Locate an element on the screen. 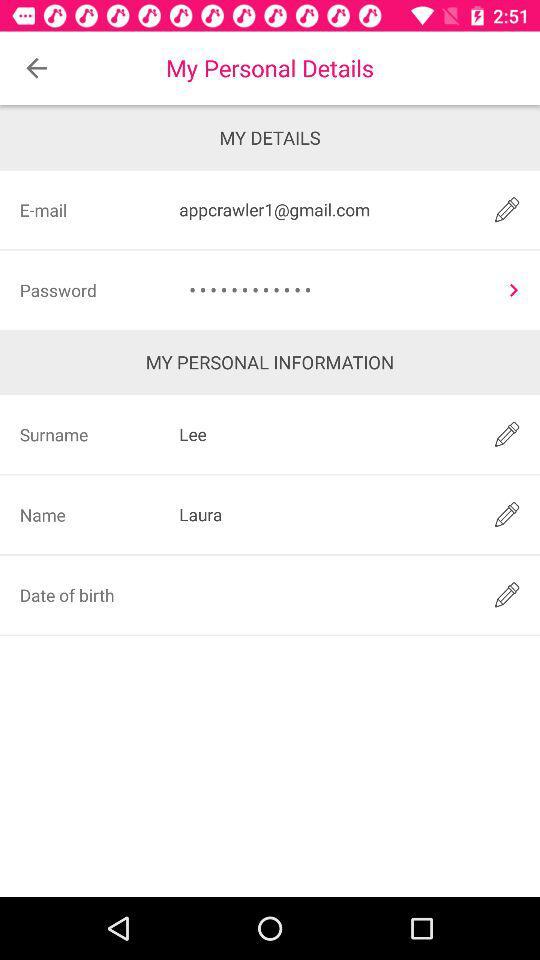  edit option is located at coordinates (507, 594).